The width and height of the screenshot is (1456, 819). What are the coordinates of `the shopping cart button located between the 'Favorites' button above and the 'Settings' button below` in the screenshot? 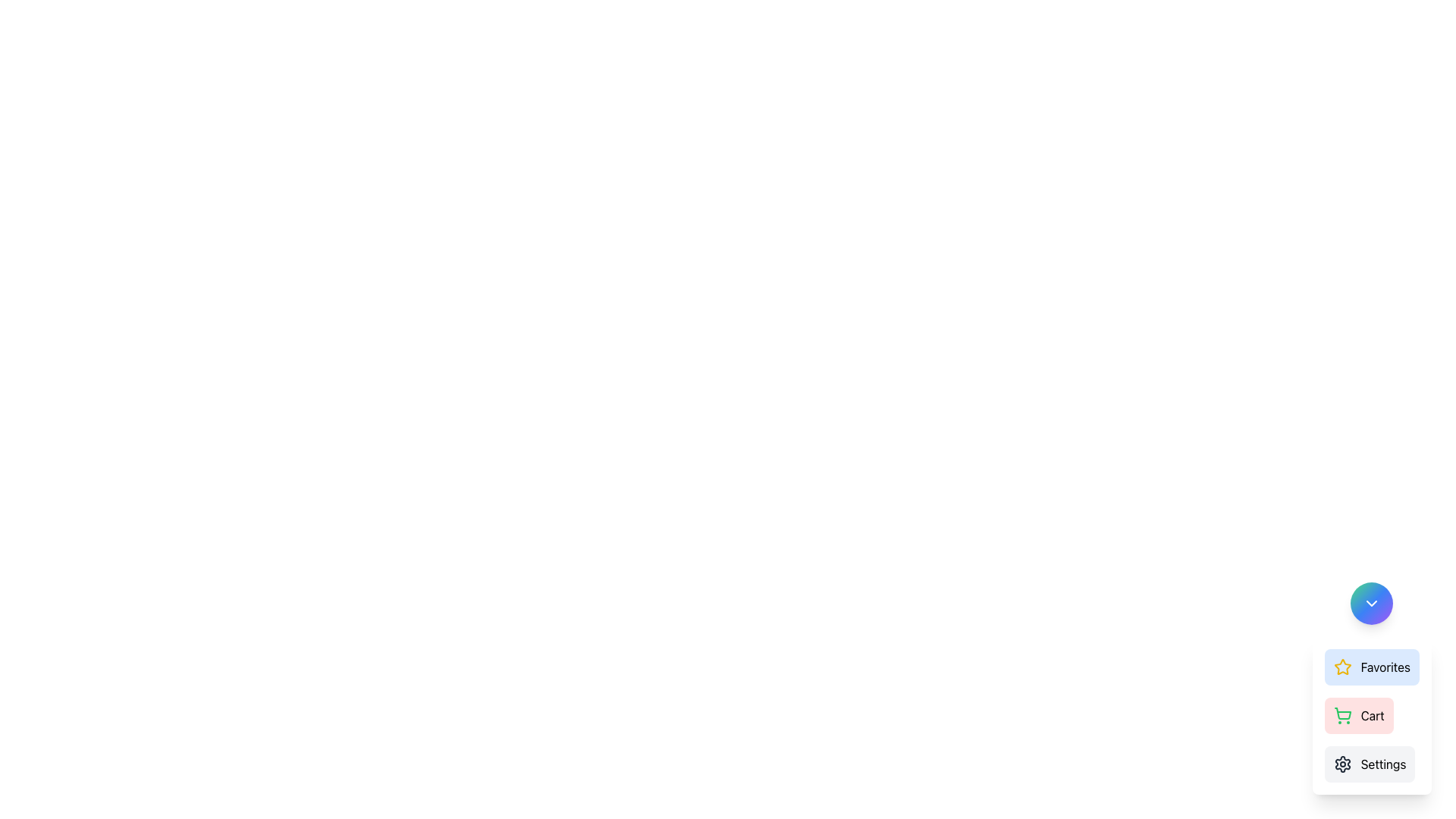 It's located at (1359, 716).